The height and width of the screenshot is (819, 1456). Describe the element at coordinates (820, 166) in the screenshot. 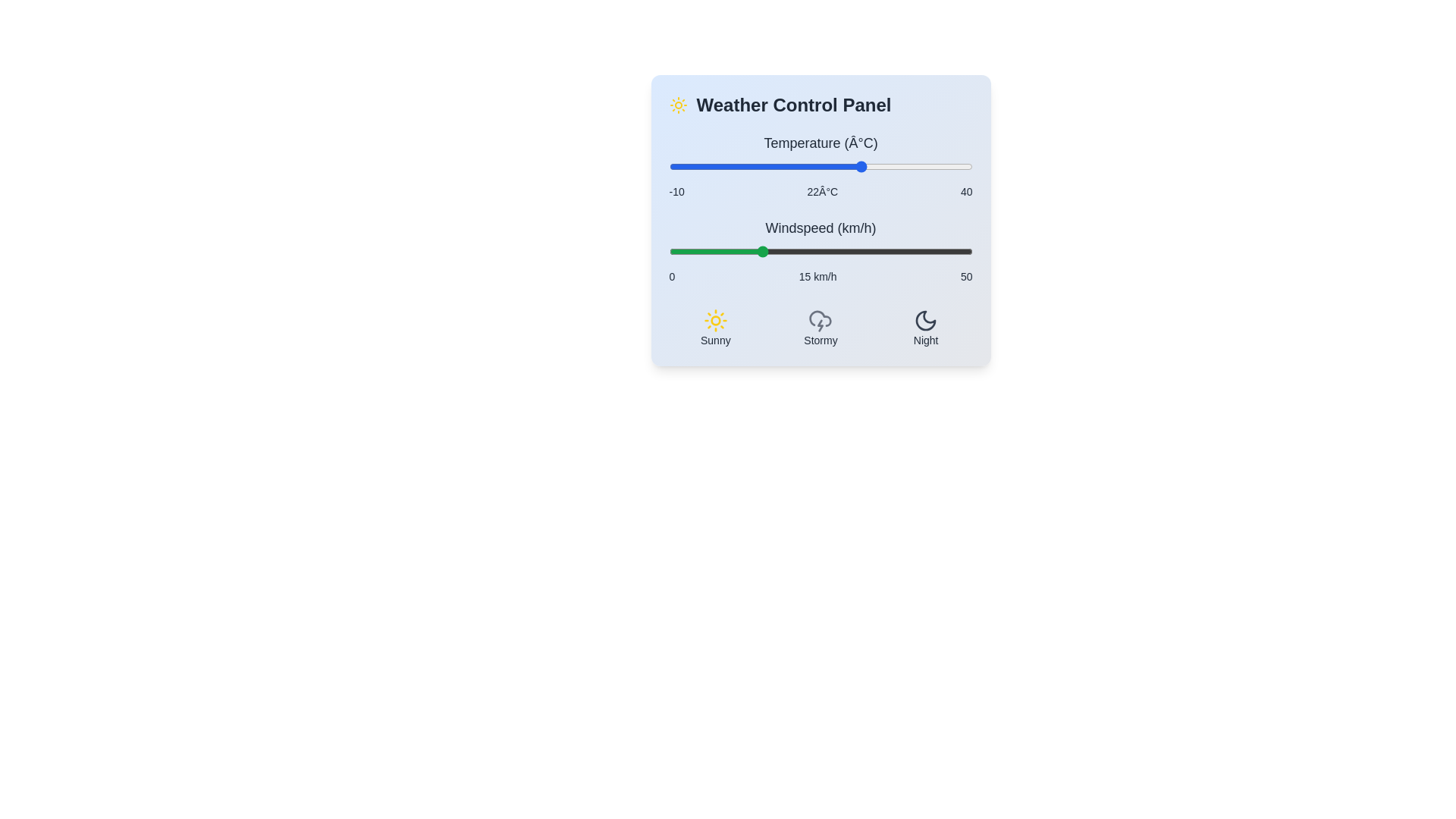

I see `the temperature control slider` at that location.